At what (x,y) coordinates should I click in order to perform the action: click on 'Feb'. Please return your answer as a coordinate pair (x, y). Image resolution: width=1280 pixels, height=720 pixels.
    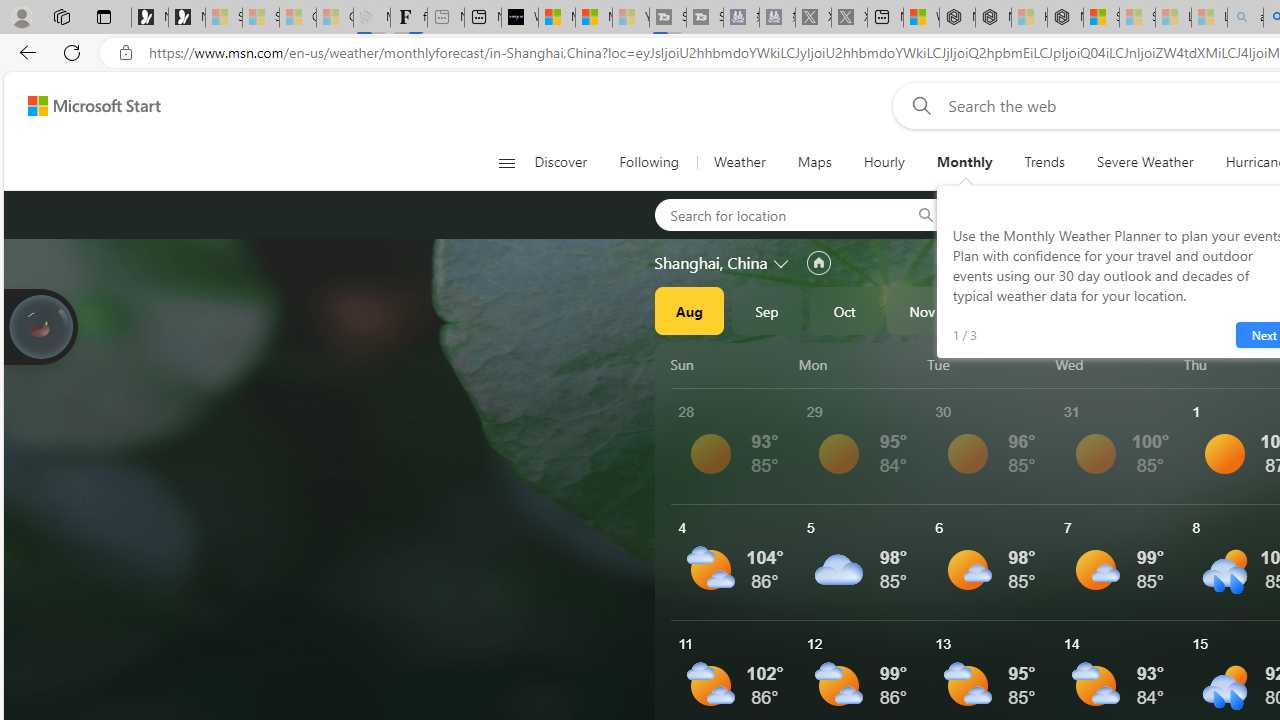
    Looking at the image, I should click on (1155, 311).